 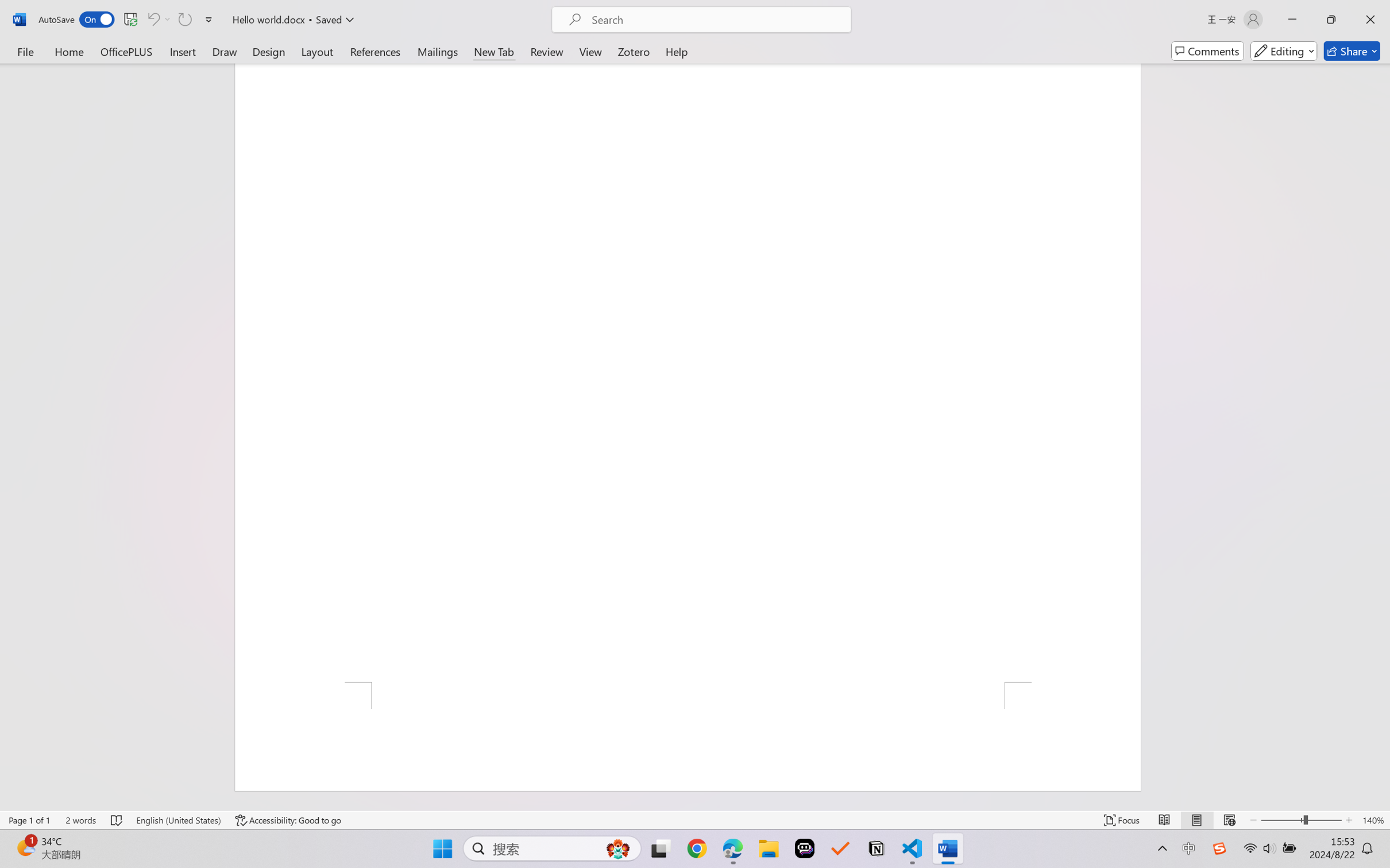 What do you see at coordinates (1281, 820) in the screenshot?
I see `'Zoom Out'` at bounding box center [1281, 820].